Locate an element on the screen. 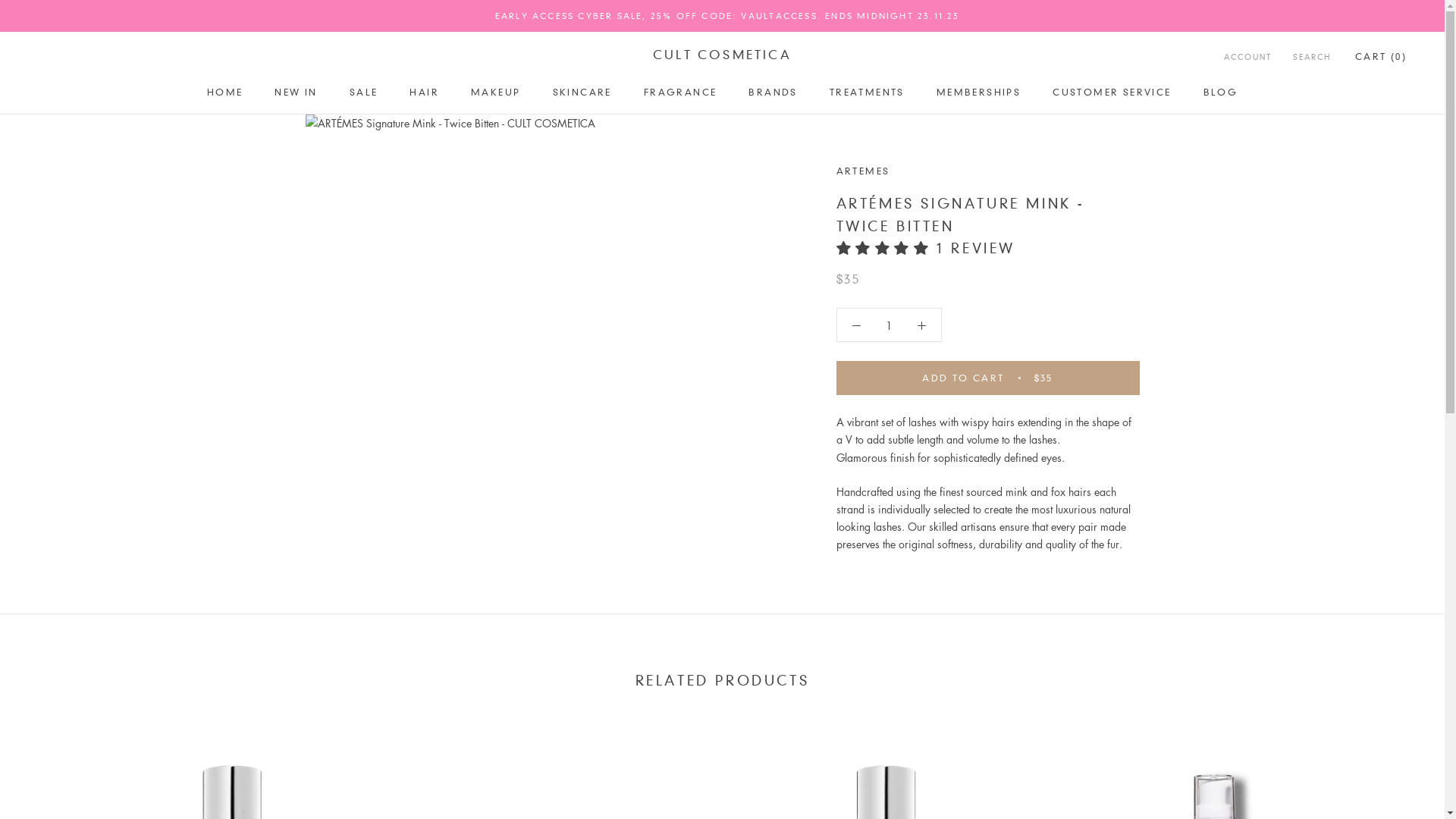  'MAKEUP is located at coordinates (495, 92).